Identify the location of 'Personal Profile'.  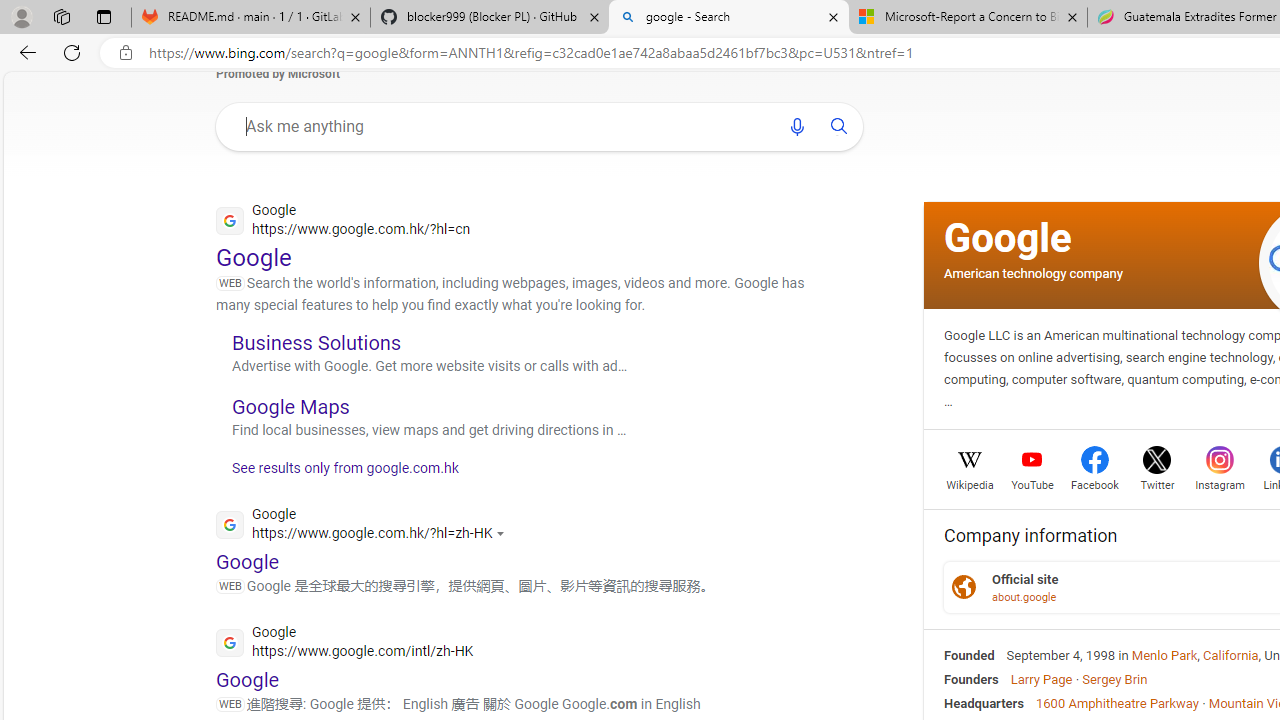
(21, 16).